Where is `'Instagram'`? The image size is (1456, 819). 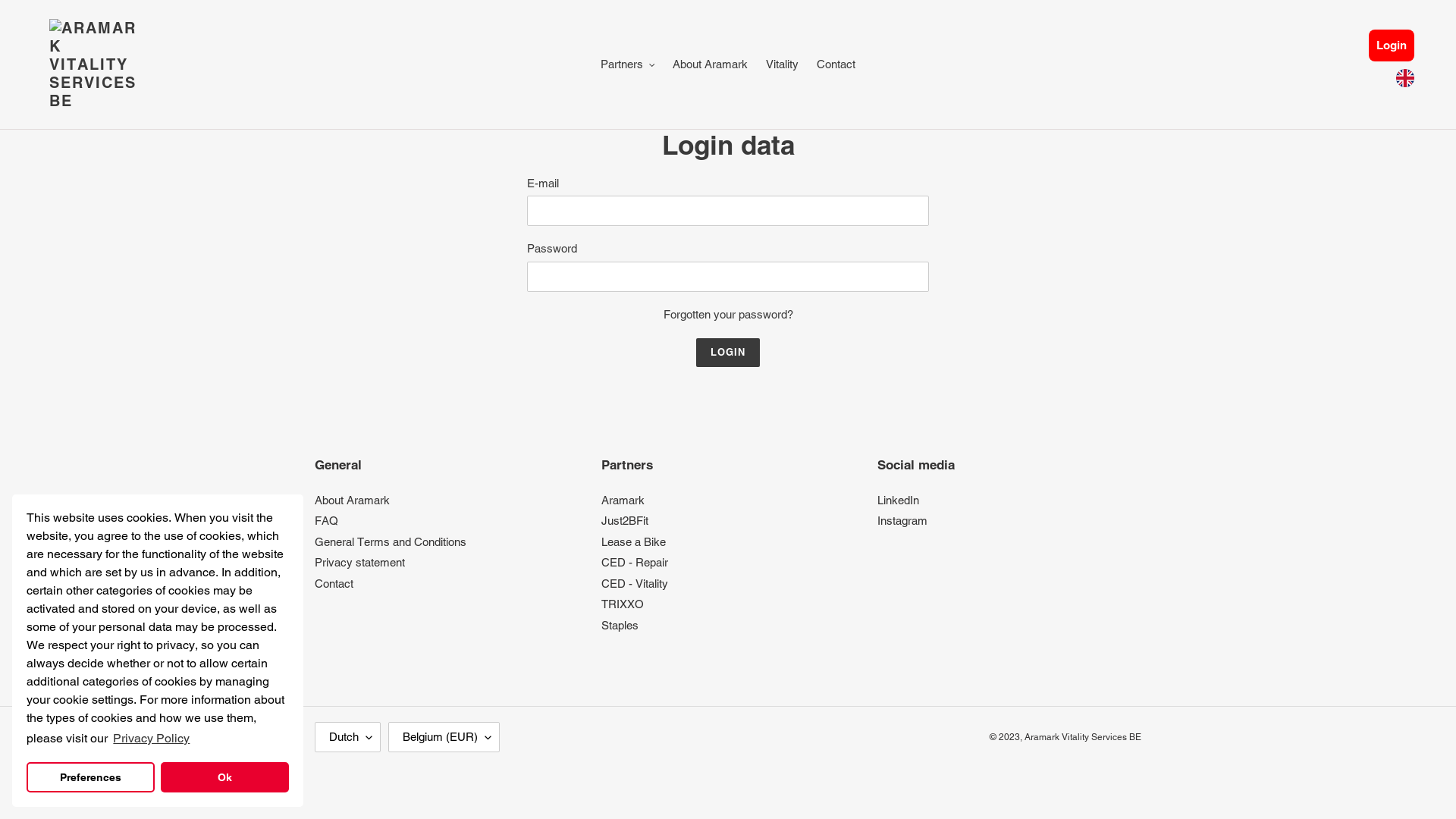
'Instagram' is located at coordinates (877, 519).